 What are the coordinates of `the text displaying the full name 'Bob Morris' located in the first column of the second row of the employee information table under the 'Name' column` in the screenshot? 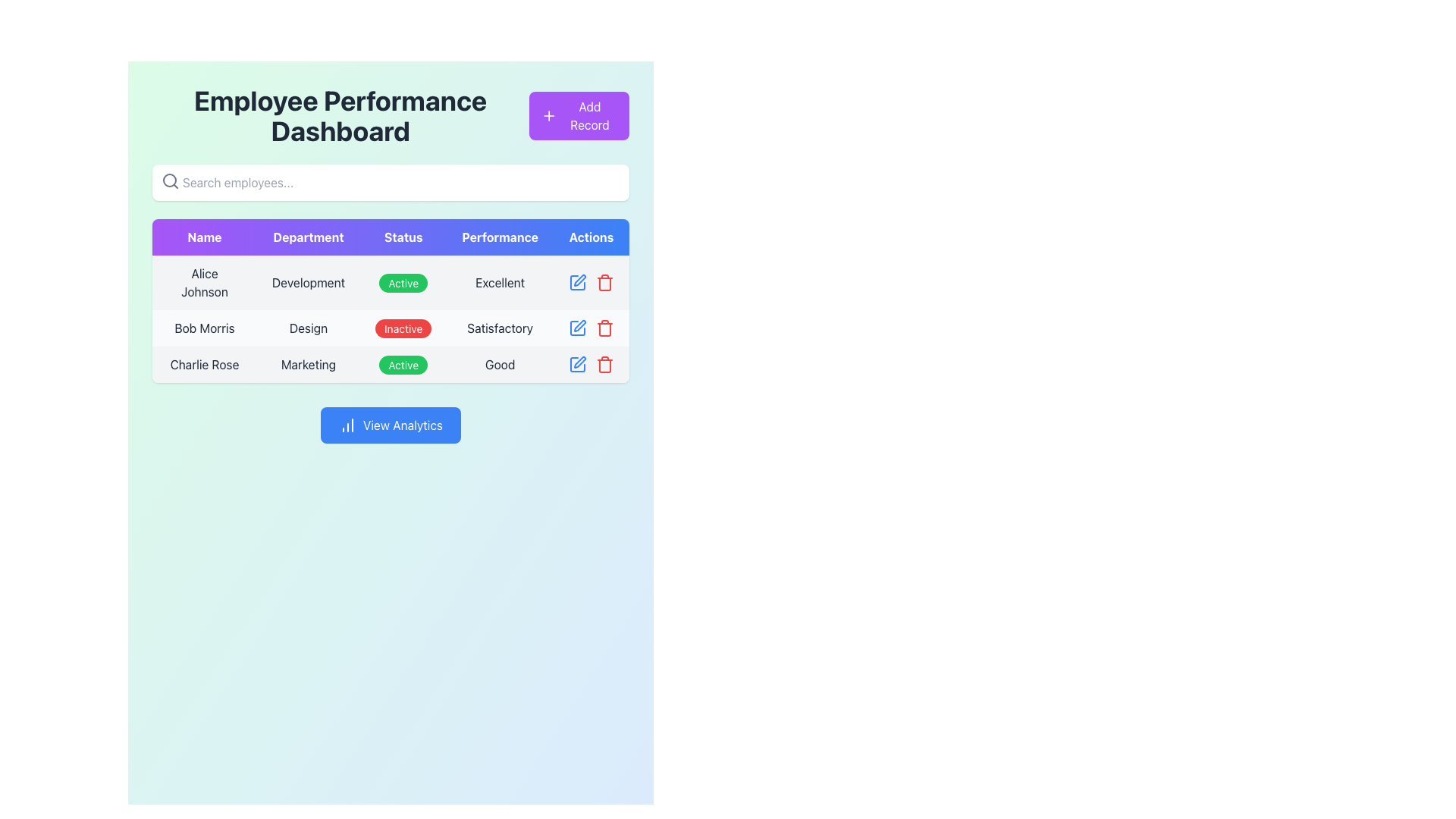 It's located at (203, 327).